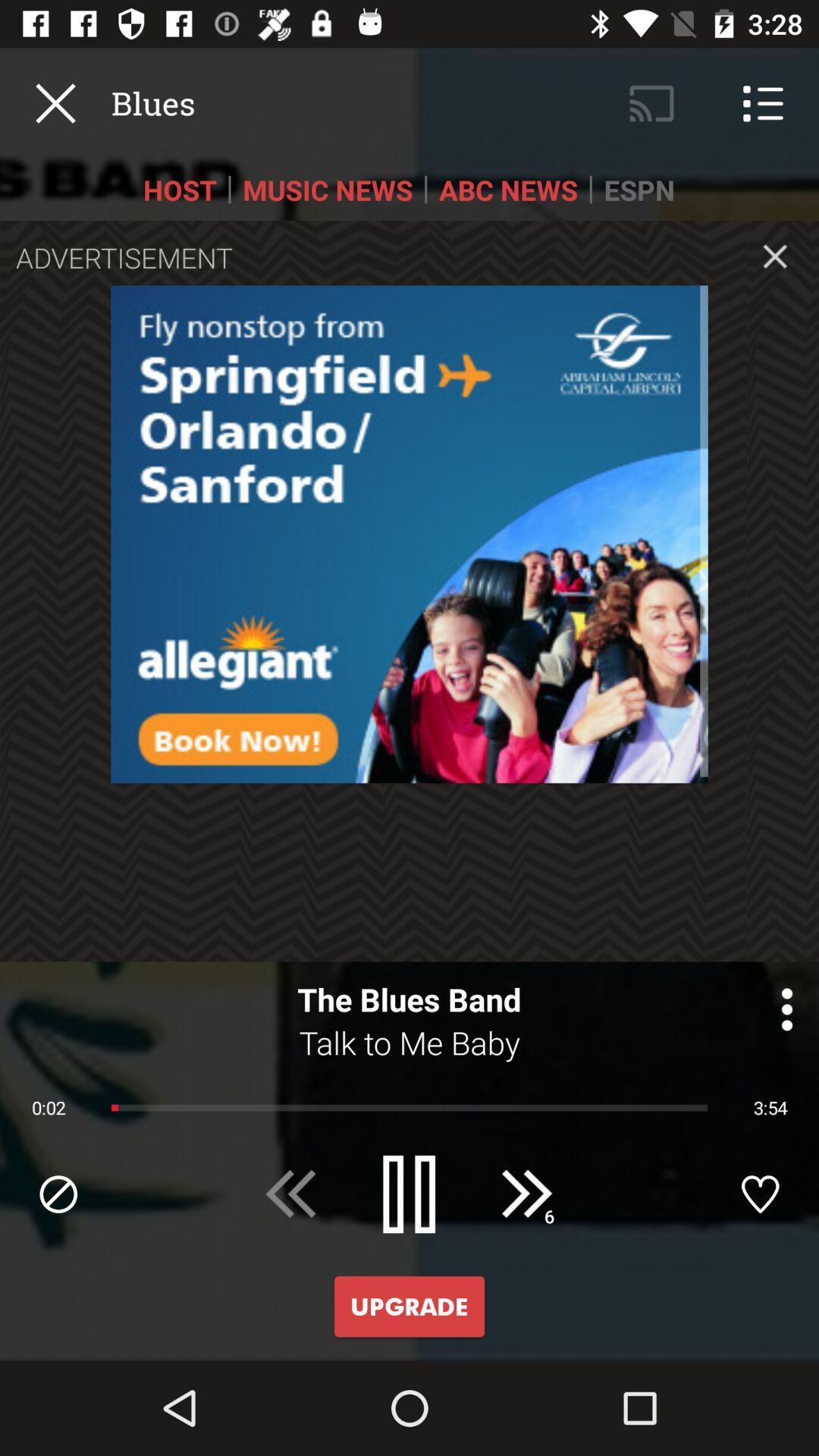  I want to click on the av_forward icon, so click(526, 1193).